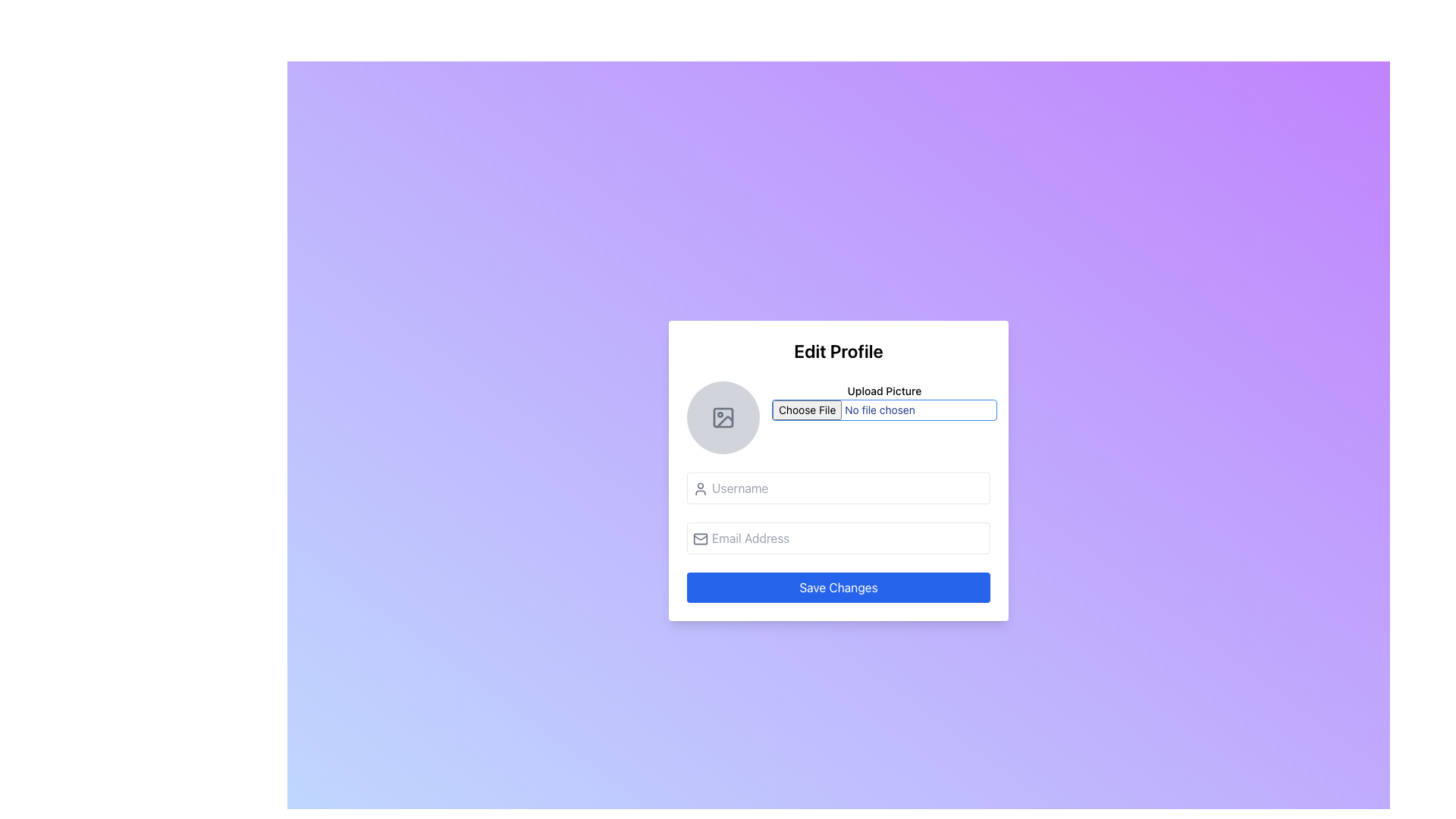 This screenshot has width=1456, height=819. What do you see at coordinates (723, 418) in the screenshot?
I see `the profile picture icon, which is centrally located within a circular area in the 'Upload Picture' section, above the file selection input field` at bounding box center [723, 418].